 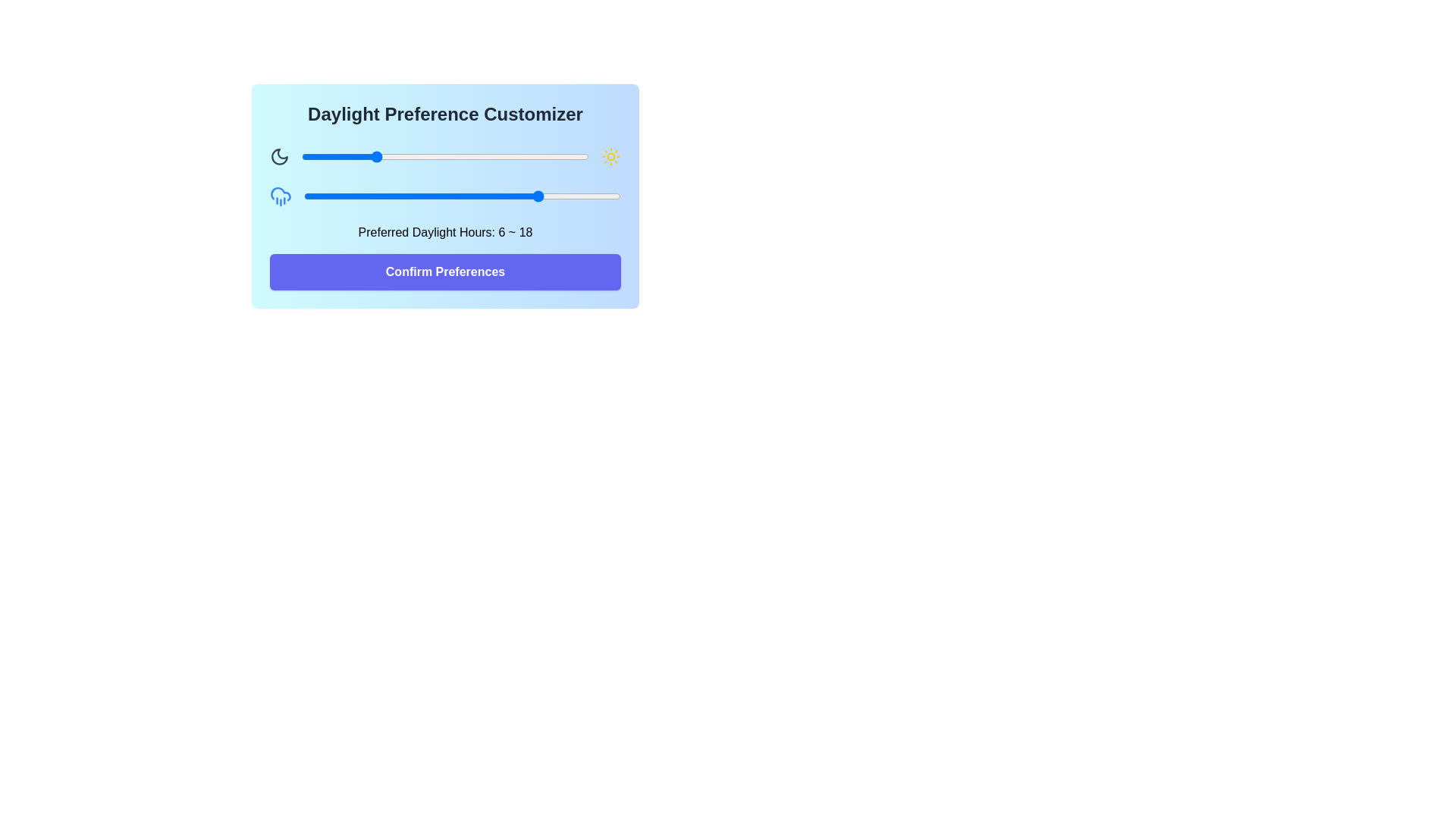 What do you see at coordinates (281, 195) in the screenshot?
I see `the cloud icon with raindrops located in the 'Daylight Preference Customizer' box, positioned to the right of the crescent moon icon` at bounding box center [281, 195].